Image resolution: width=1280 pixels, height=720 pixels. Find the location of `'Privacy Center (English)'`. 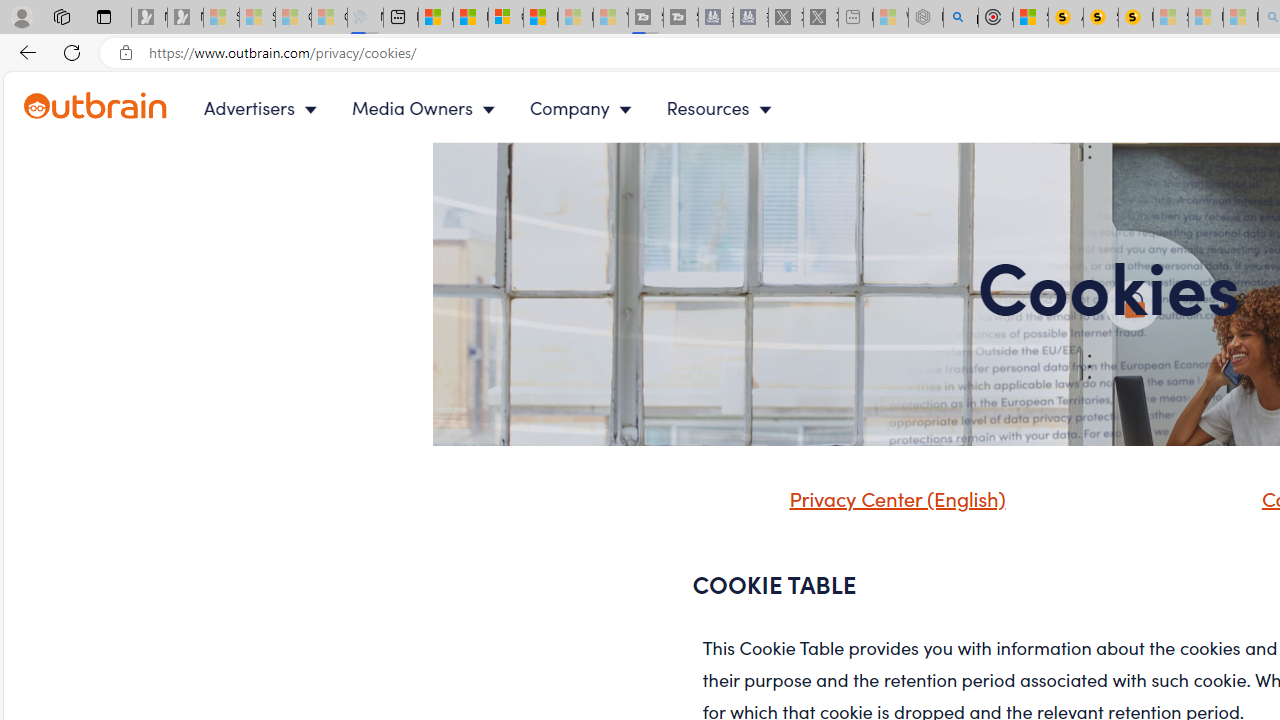

'Privacy Center (English)' is located at coordinates (872, 504).